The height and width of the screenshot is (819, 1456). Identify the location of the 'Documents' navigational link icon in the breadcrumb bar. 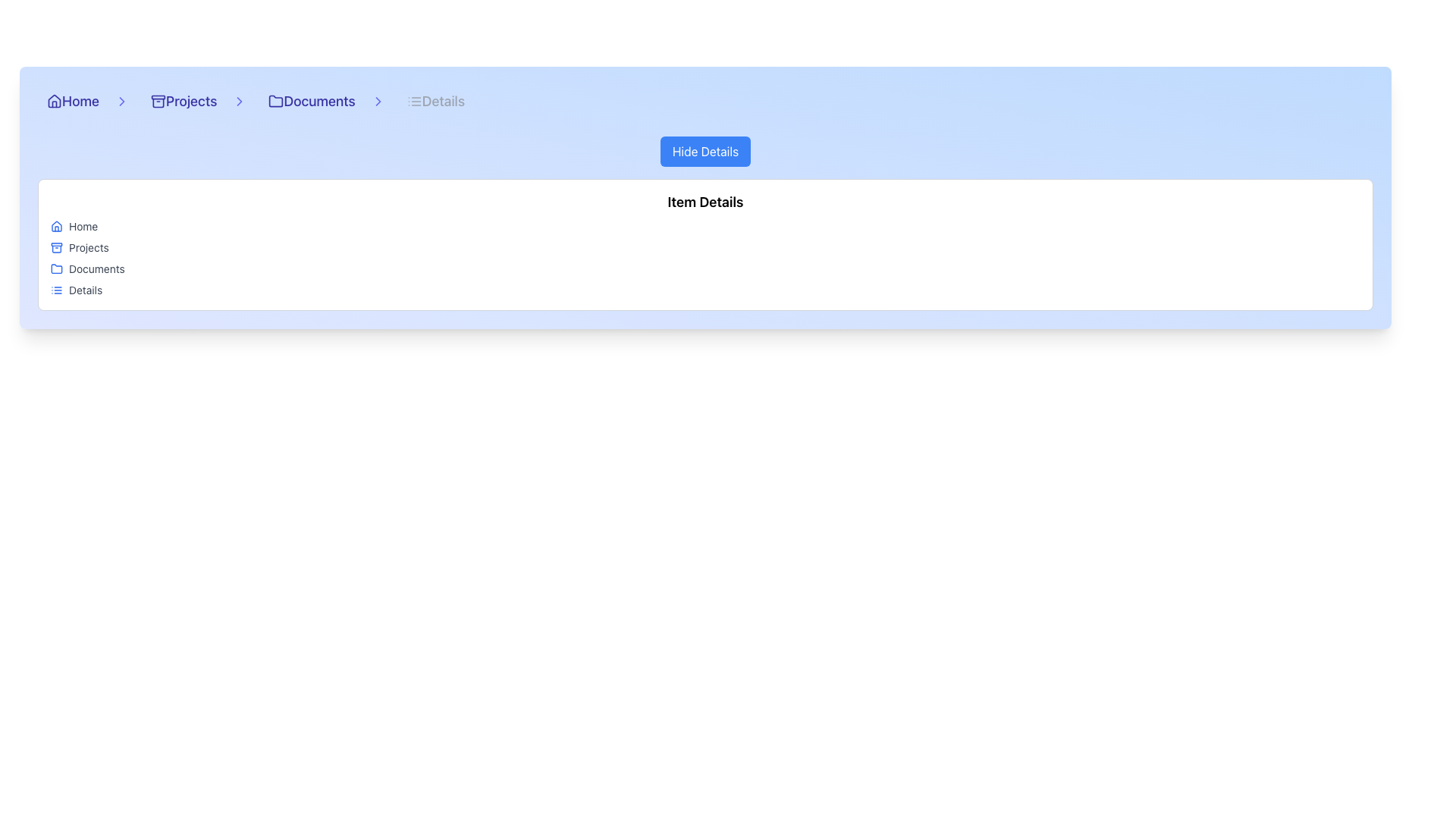
(322, 102).